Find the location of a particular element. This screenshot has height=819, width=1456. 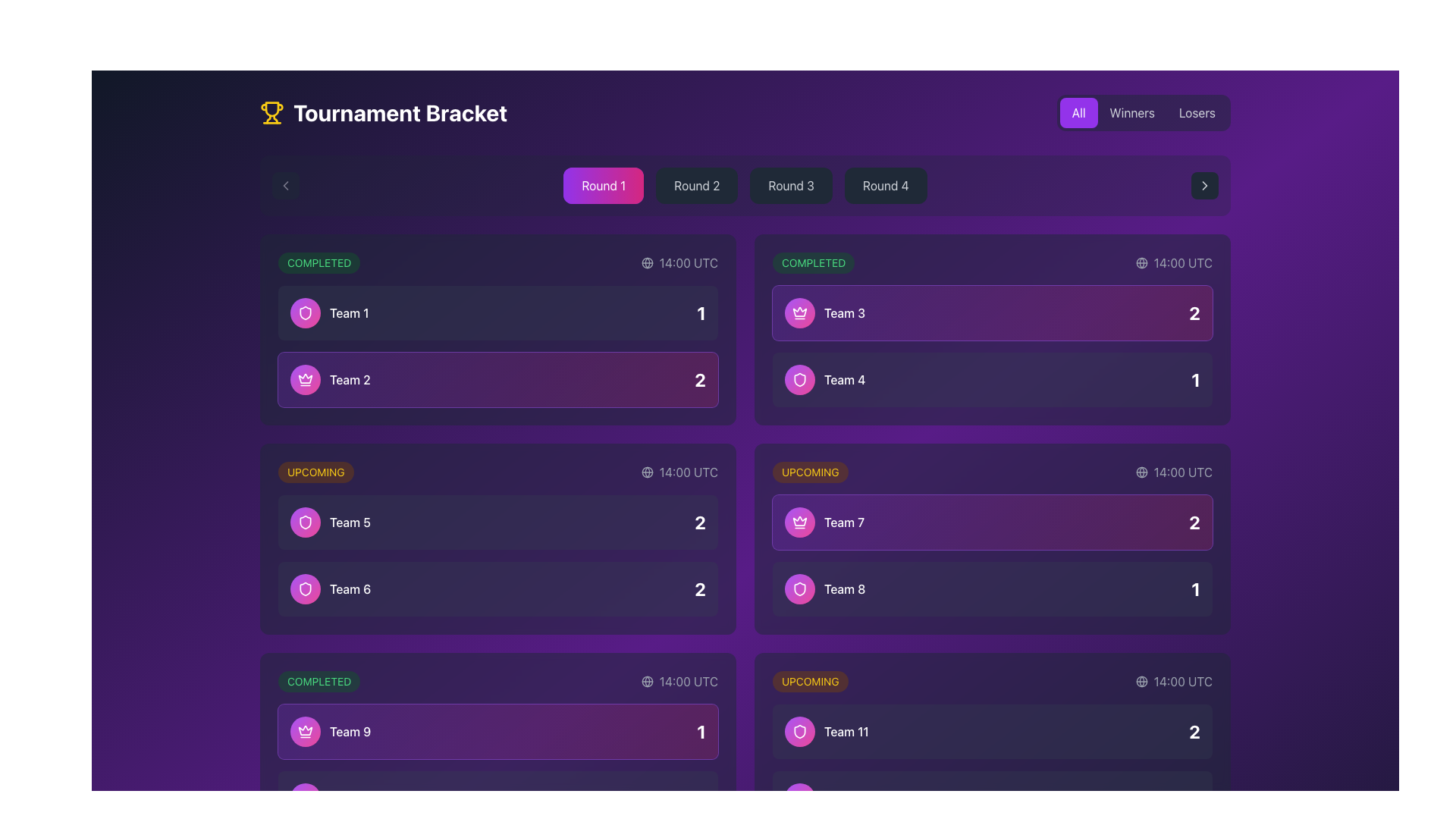

the shield icon with a white color and gradient circular background located in the card for Team 8 in the second upcoming match section is located at coordinates (799, 588).